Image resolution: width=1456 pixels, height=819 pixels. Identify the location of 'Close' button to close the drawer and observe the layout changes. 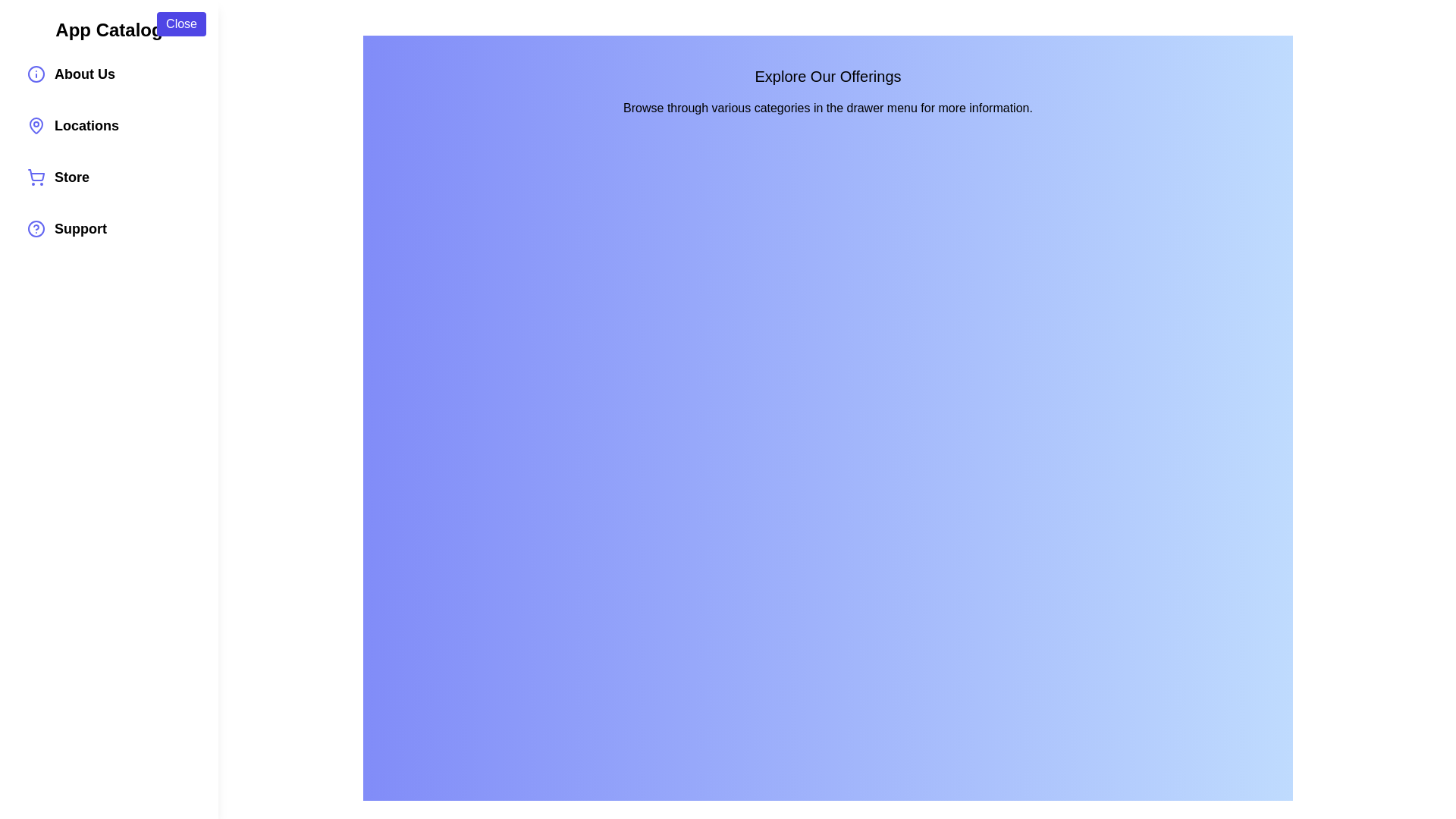
(181, 24).